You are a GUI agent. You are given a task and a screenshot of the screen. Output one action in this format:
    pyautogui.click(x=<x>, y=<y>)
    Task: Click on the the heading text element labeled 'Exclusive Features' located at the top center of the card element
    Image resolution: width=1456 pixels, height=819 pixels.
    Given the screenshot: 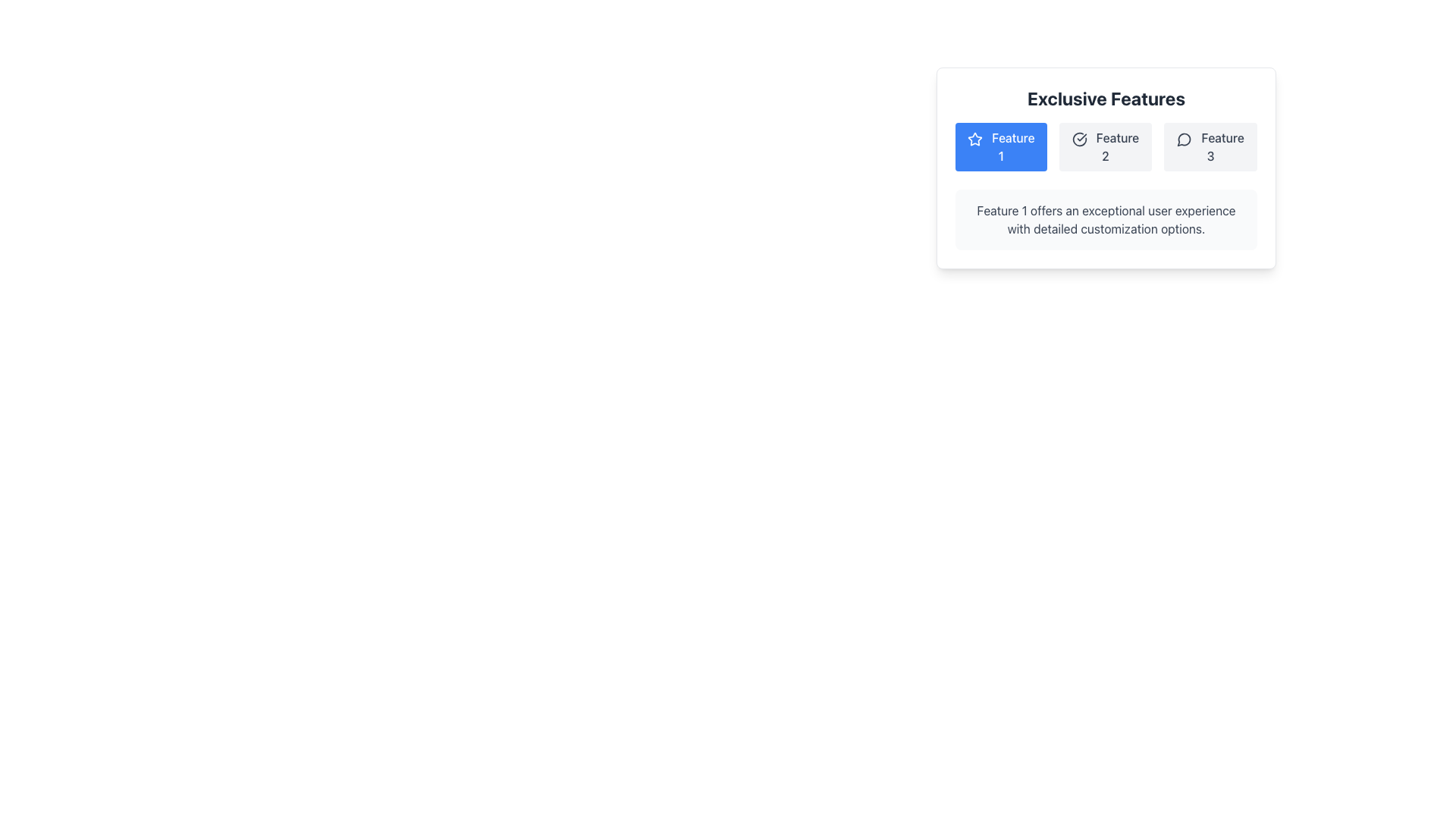 What is the action you would take?
    pyautogui.click(x=1106, y=99)
    